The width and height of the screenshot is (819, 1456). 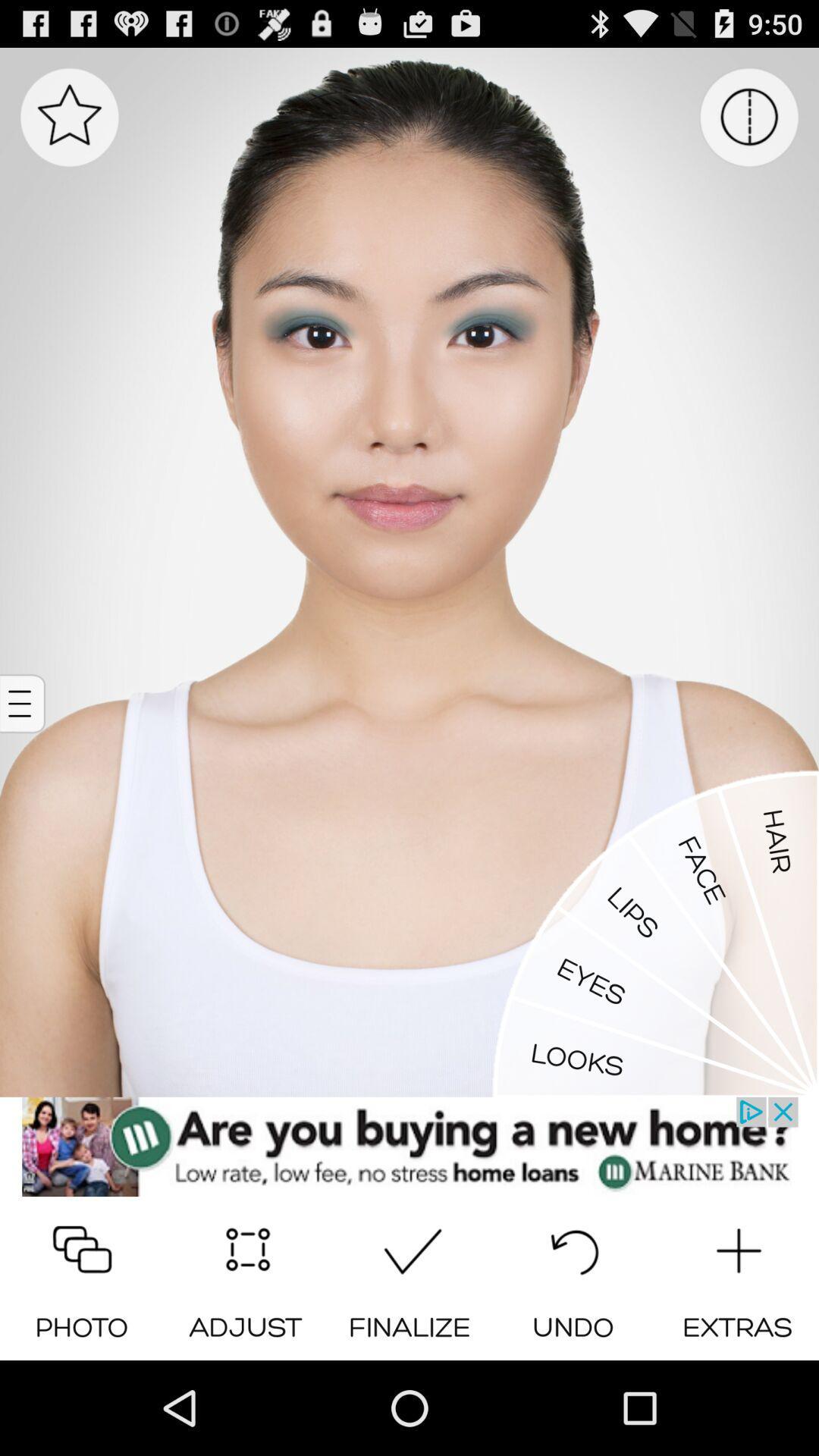 I want to click on the star icon, so click(x=69, y=125).